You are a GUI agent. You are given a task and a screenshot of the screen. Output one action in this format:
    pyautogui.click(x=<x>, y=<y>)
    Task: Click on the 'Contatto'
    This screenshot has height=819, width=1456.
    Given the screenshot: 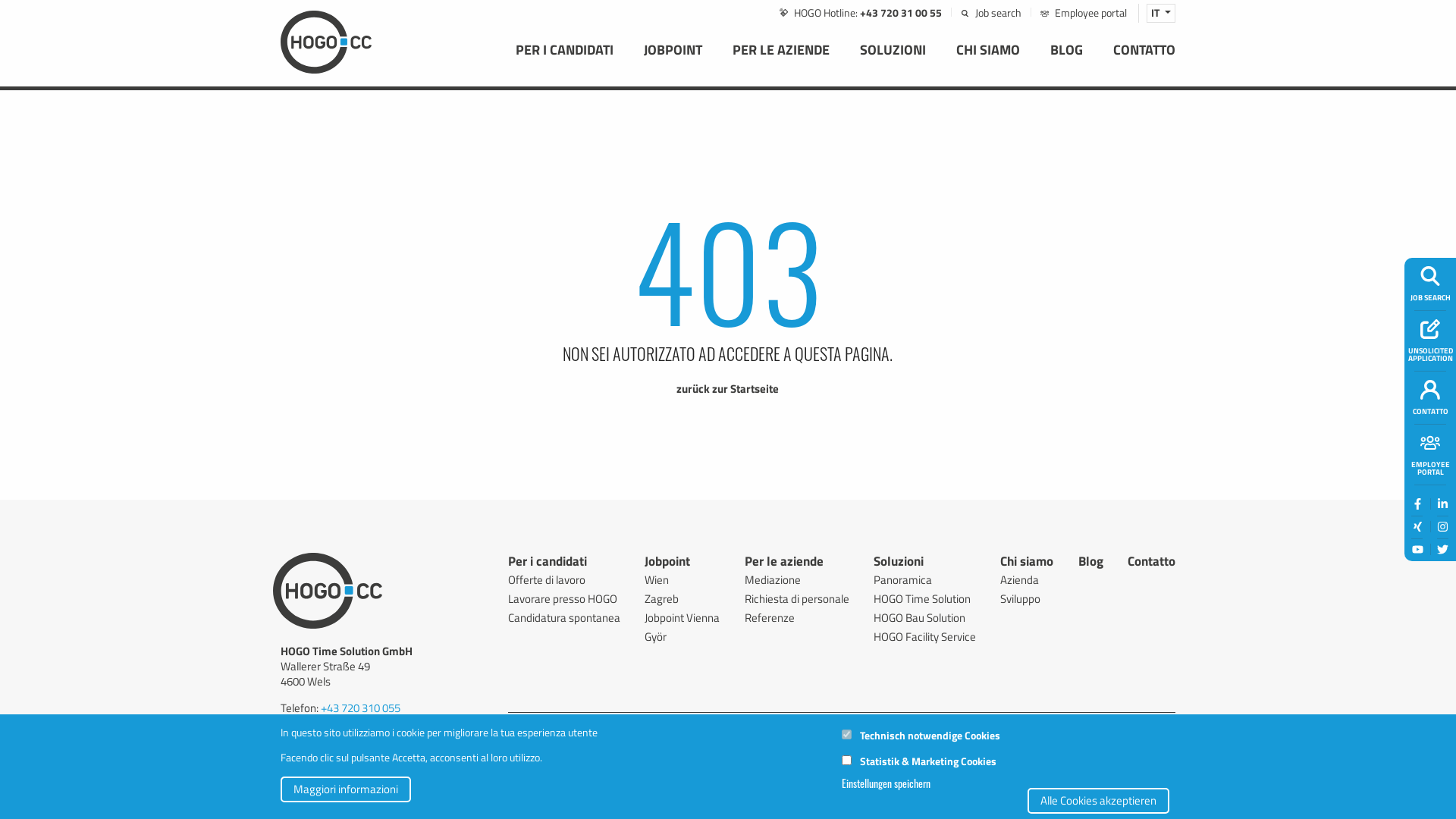 What is the action you would take?
    pyautogui.click(x=1151, y=563)
    